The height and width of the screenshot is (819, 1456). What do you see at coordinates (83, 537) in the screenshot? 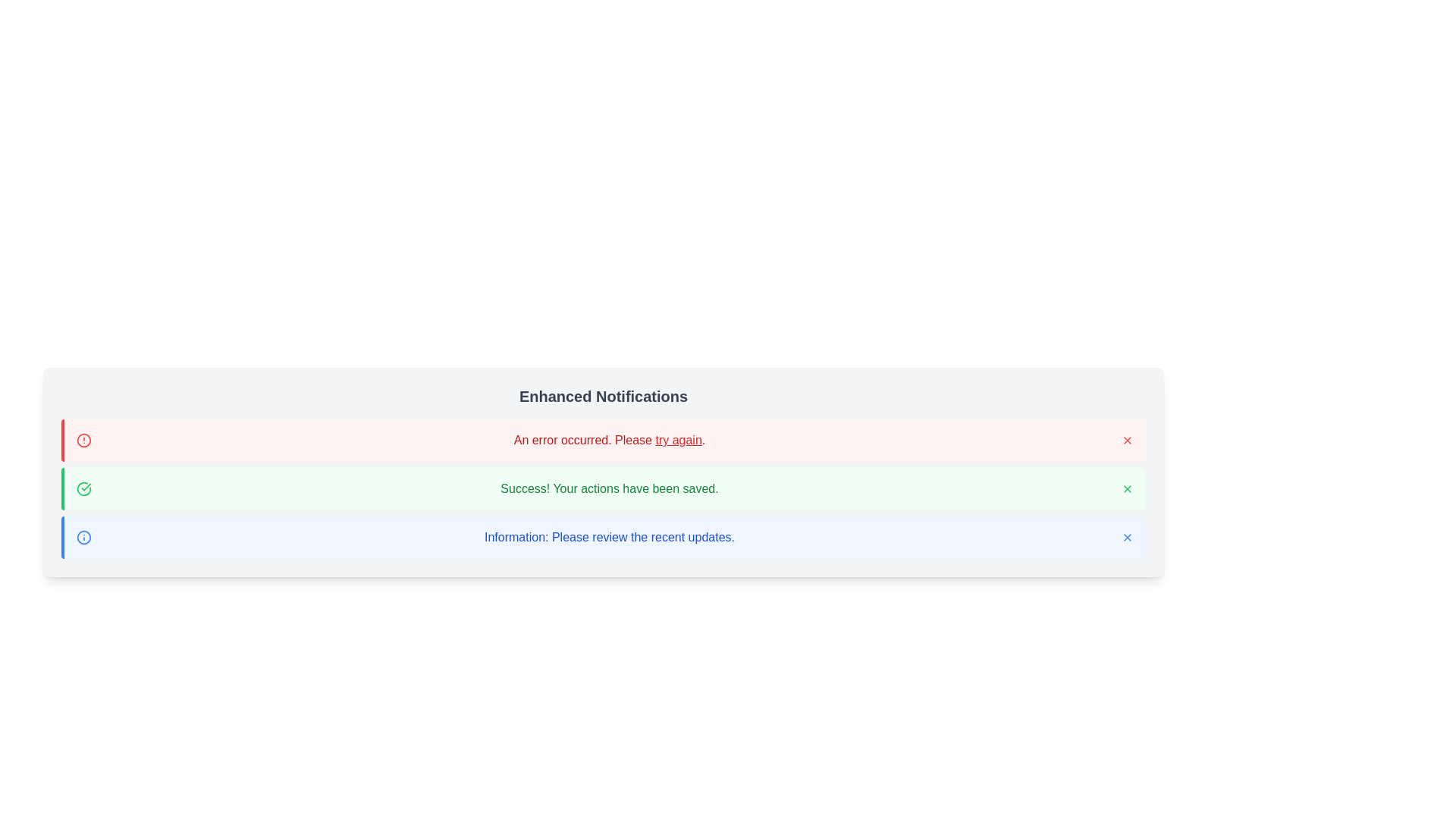
I see `the Decorative icon element within the third notification entry that has a blue background, indicating informational content` at bounding box center [83, 537].